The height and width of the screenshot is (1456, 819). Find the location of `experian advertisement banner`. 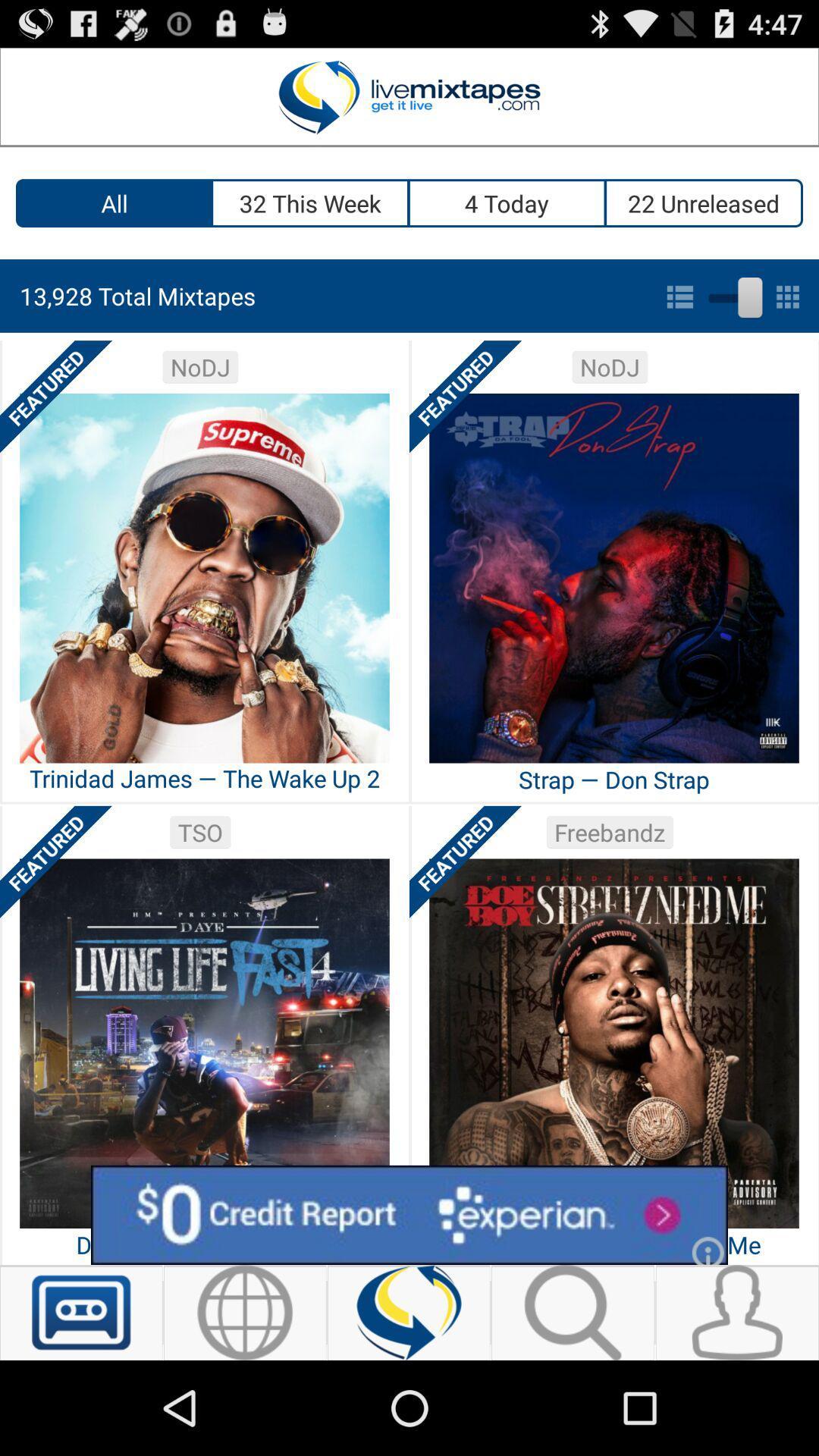

experian advertisement banner is located at coordinates (409, 1215).